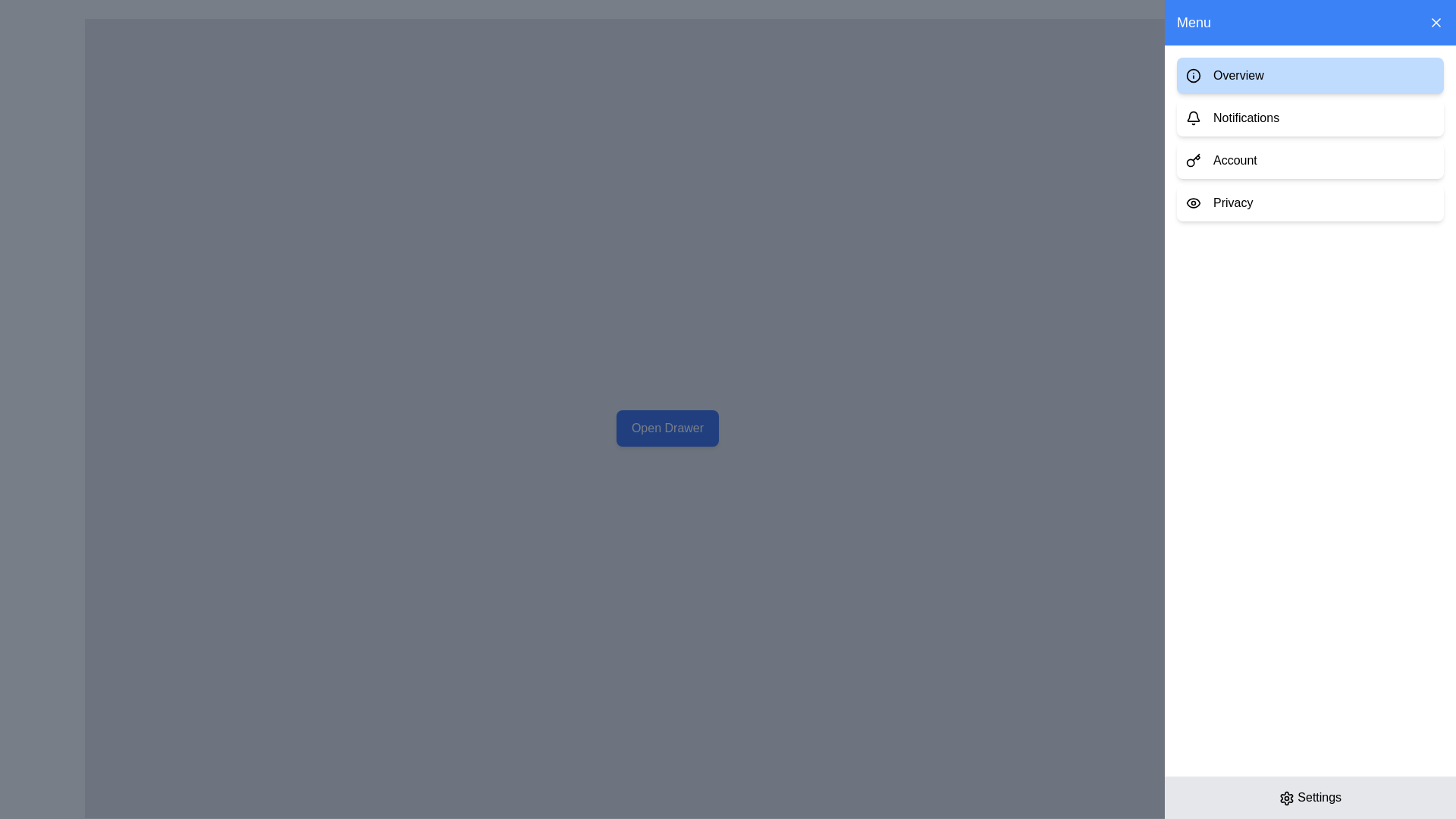 This screenshot has width=1456, height=819. Describe the element at coordinates (1193, 202) in the screenshot. I see `the eye icon located at the beginning of the 'Privacy' option in the menu to identify the associated menu option` at that location.